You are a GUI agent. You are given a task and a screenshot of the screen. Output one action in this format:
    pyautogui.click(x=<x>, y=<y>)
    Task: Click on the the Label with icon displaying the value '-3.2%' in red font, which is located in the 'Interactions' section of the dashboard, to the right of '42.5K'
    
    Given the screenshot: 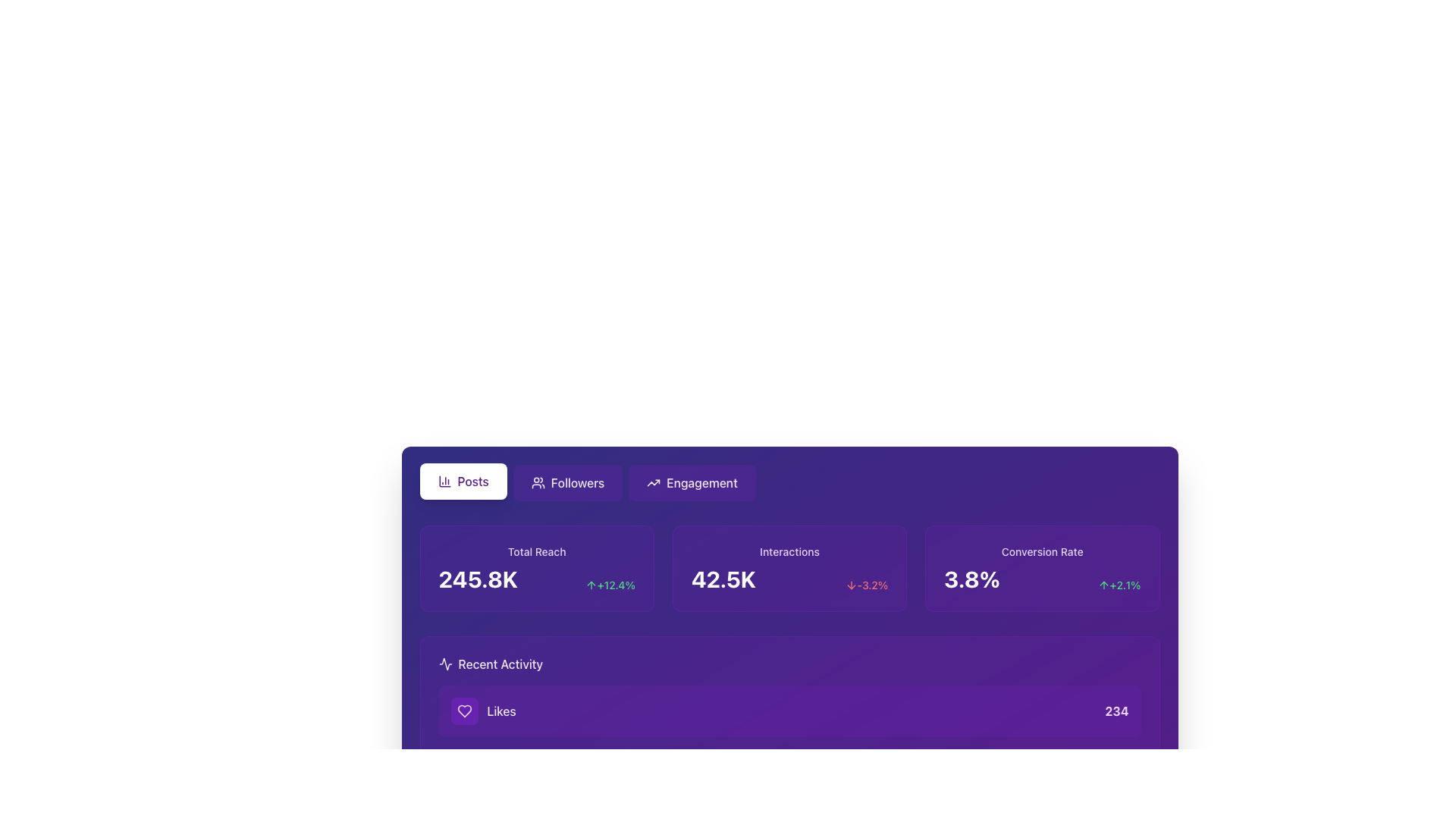 What is the action you would take?
    pyautogui.click(x=866, y=584)
    